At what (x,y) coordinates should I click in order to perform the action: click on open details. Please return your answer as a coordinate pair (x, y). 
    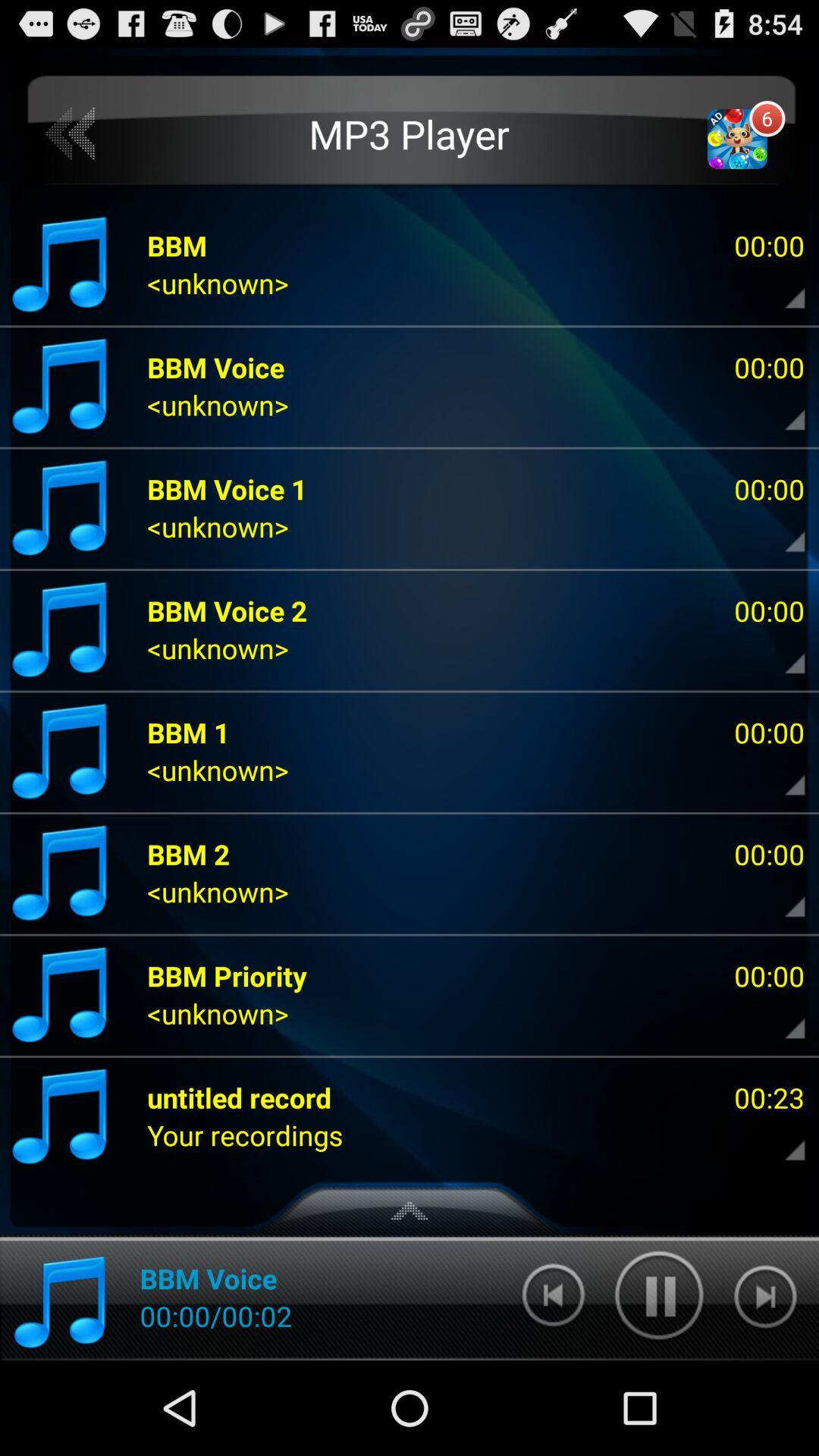
    Looking at the image, I should click on (782, 287).